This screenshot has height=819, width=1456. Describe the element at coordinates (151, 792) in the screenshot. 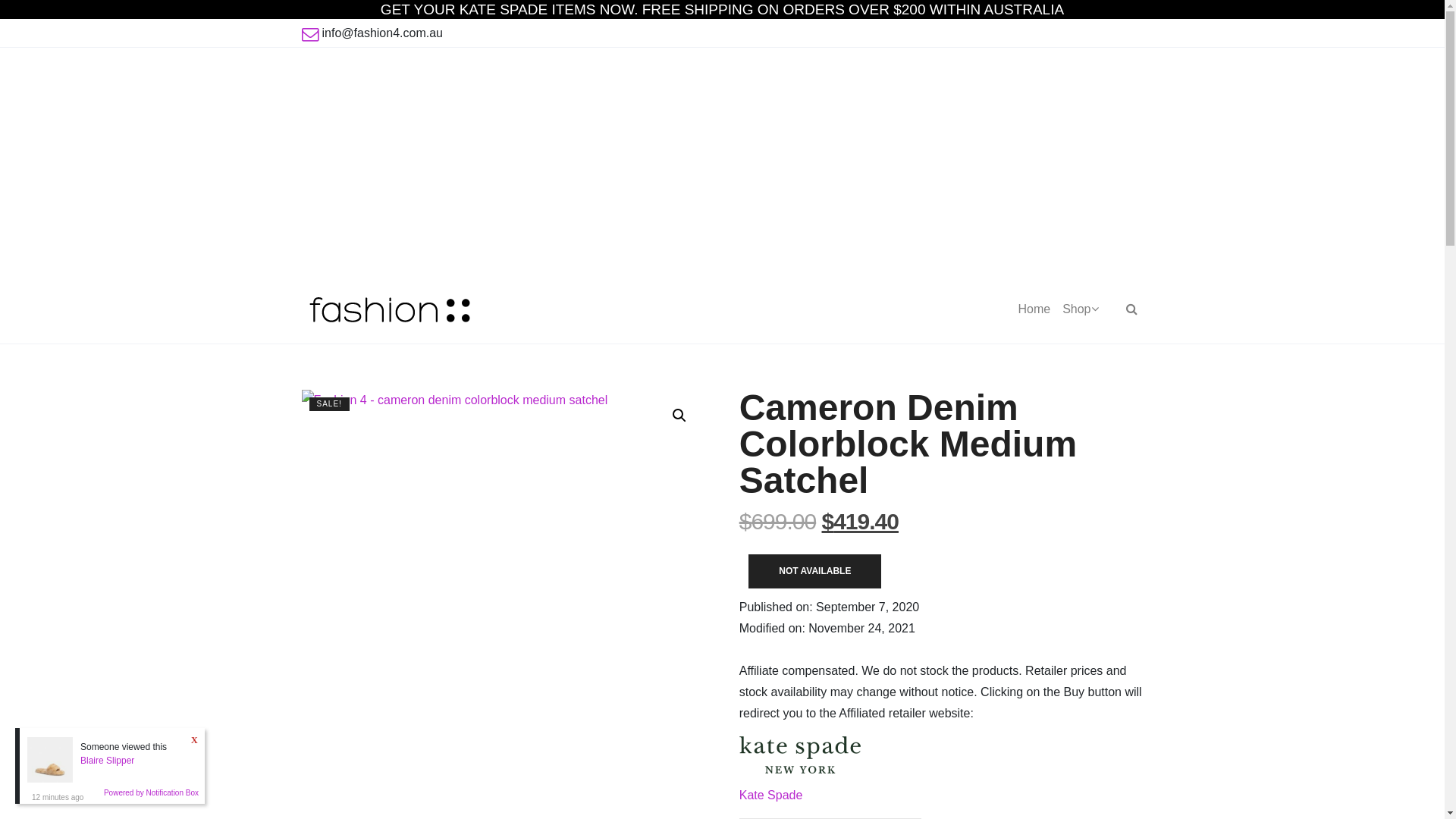

I see `'Powered by Notification Box'` at that location.